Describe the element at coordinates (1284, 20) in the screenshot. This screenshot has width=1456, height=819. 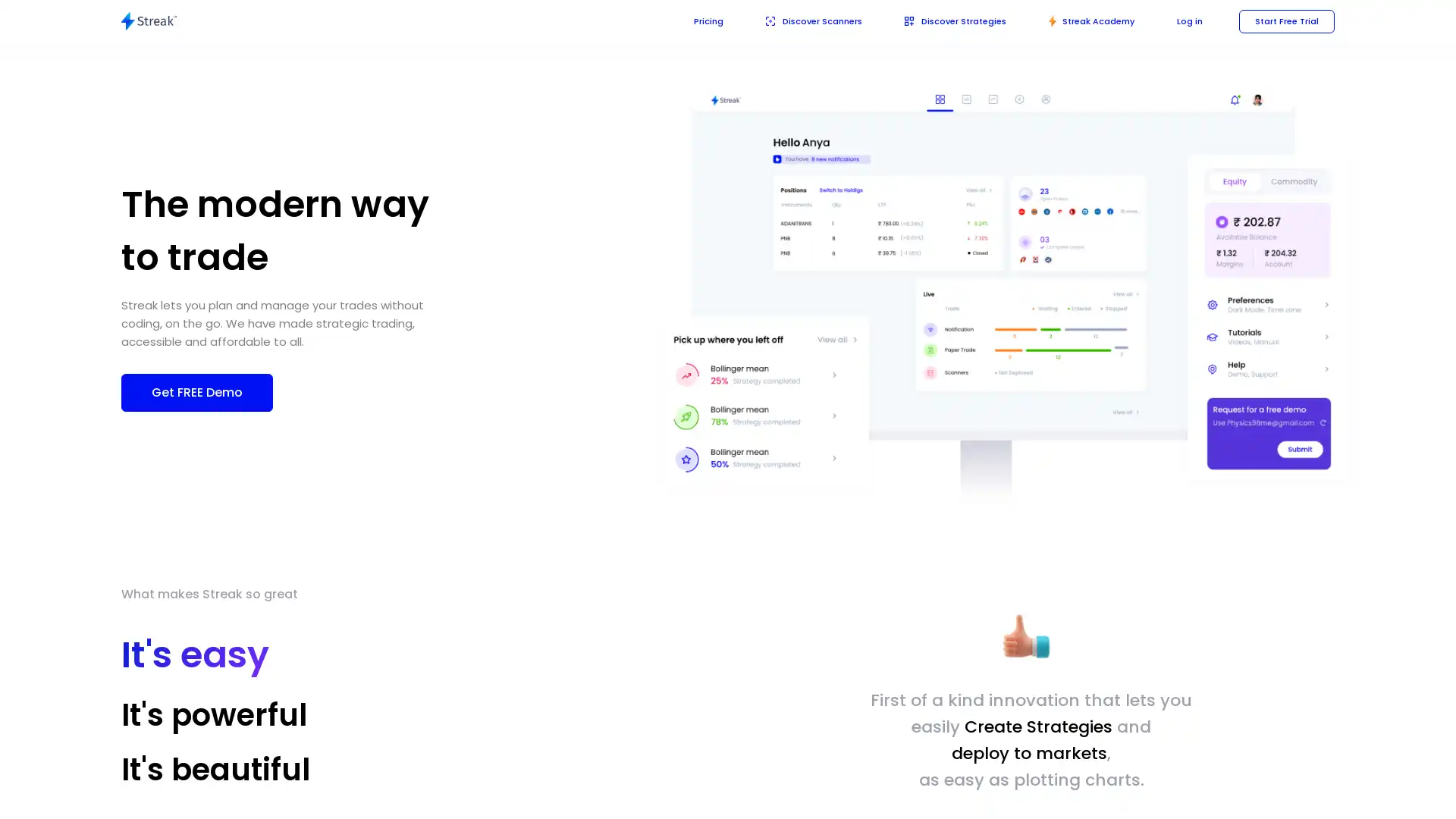
I see `Start Free Trial` at that location.